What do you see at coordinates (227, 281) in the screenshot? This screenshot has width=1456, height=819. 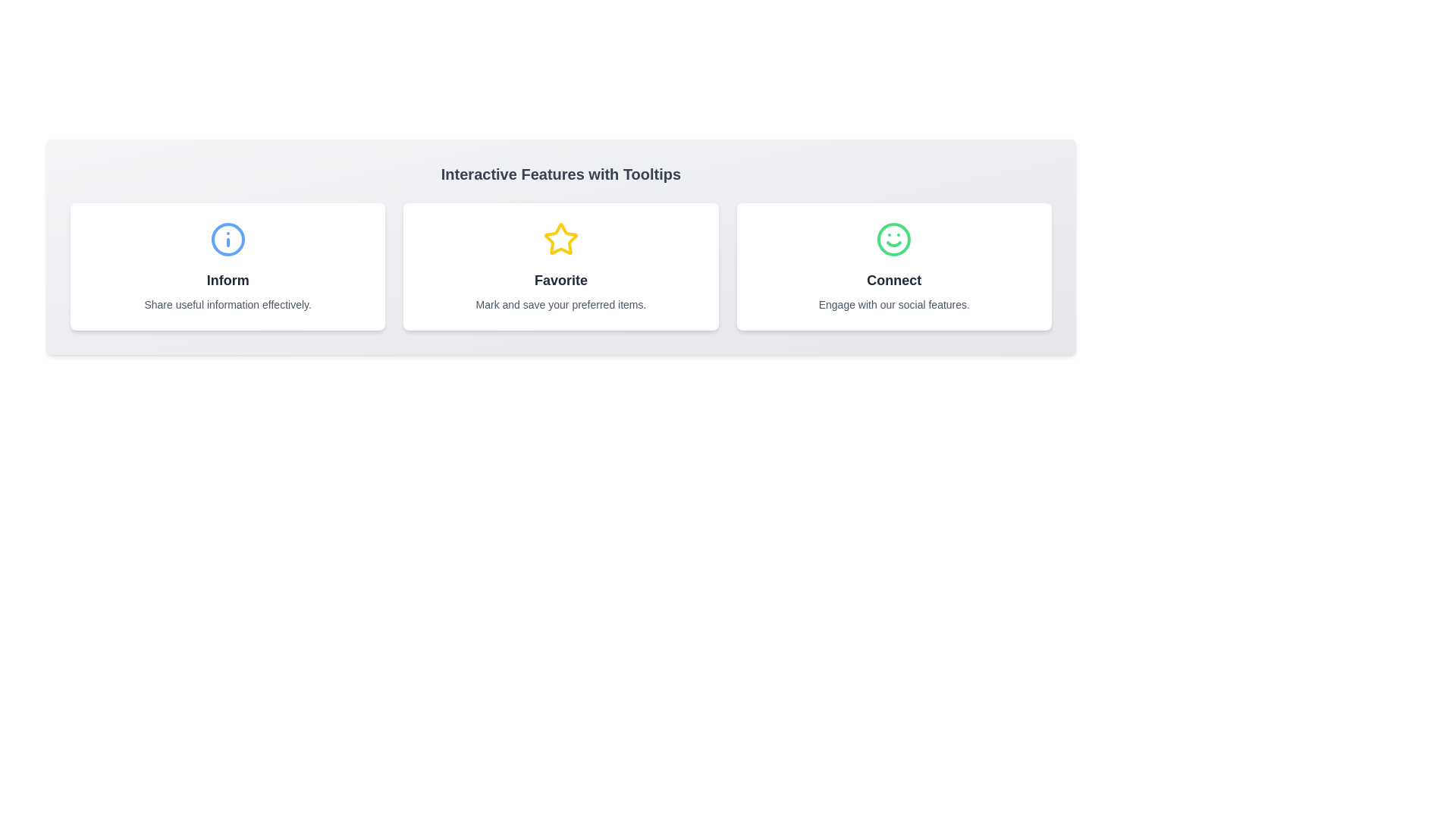 I see `the title label located in the first card, positioned just below the blue circular information icon` at bounding box center [227, 281].